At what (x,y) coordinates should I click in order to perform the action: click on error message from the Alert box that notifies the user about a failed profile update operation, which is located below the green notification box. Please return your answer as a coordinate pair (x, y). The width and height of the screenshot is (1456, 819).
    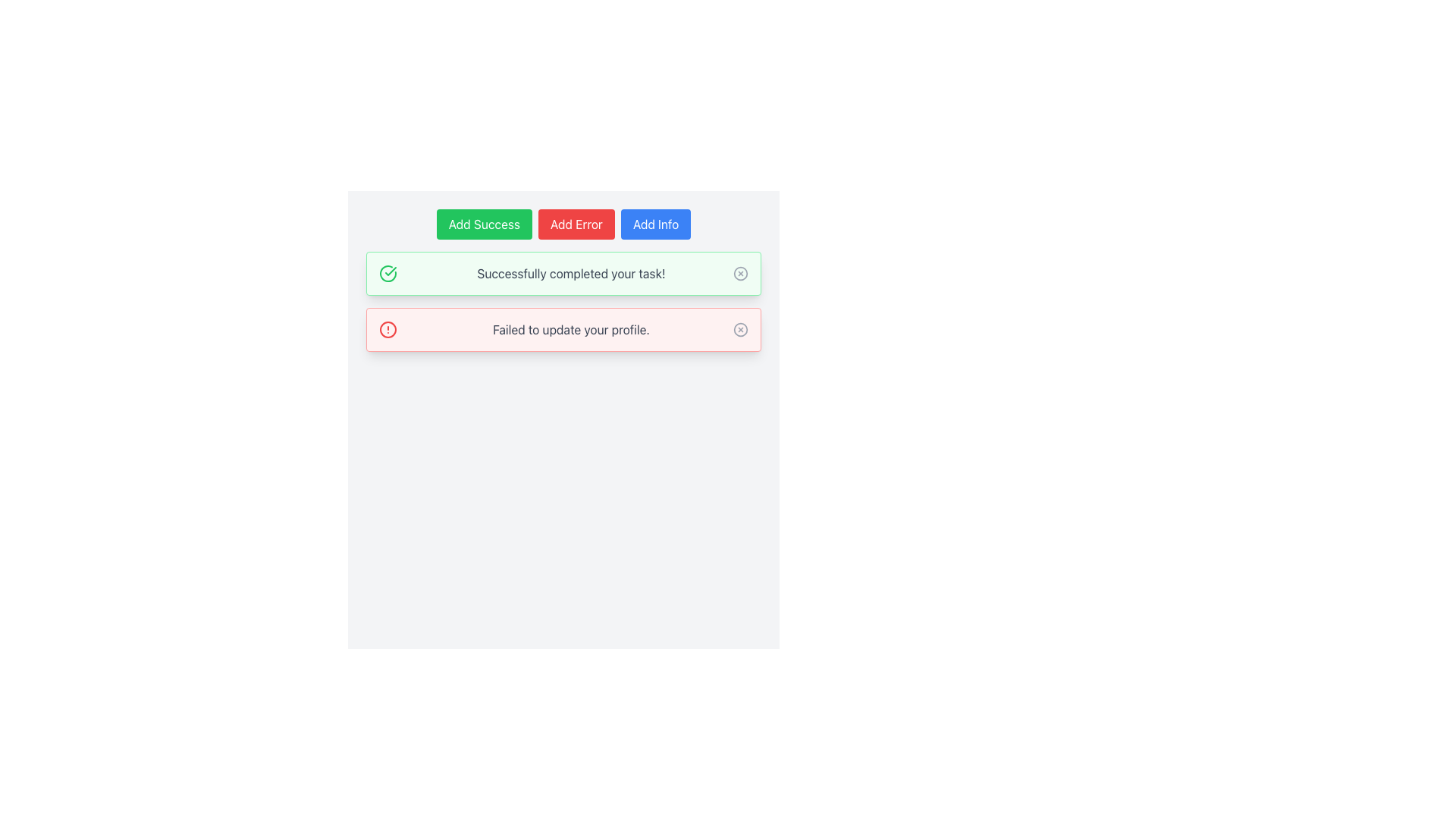
    Looking at the image, I should click on (563, 329).